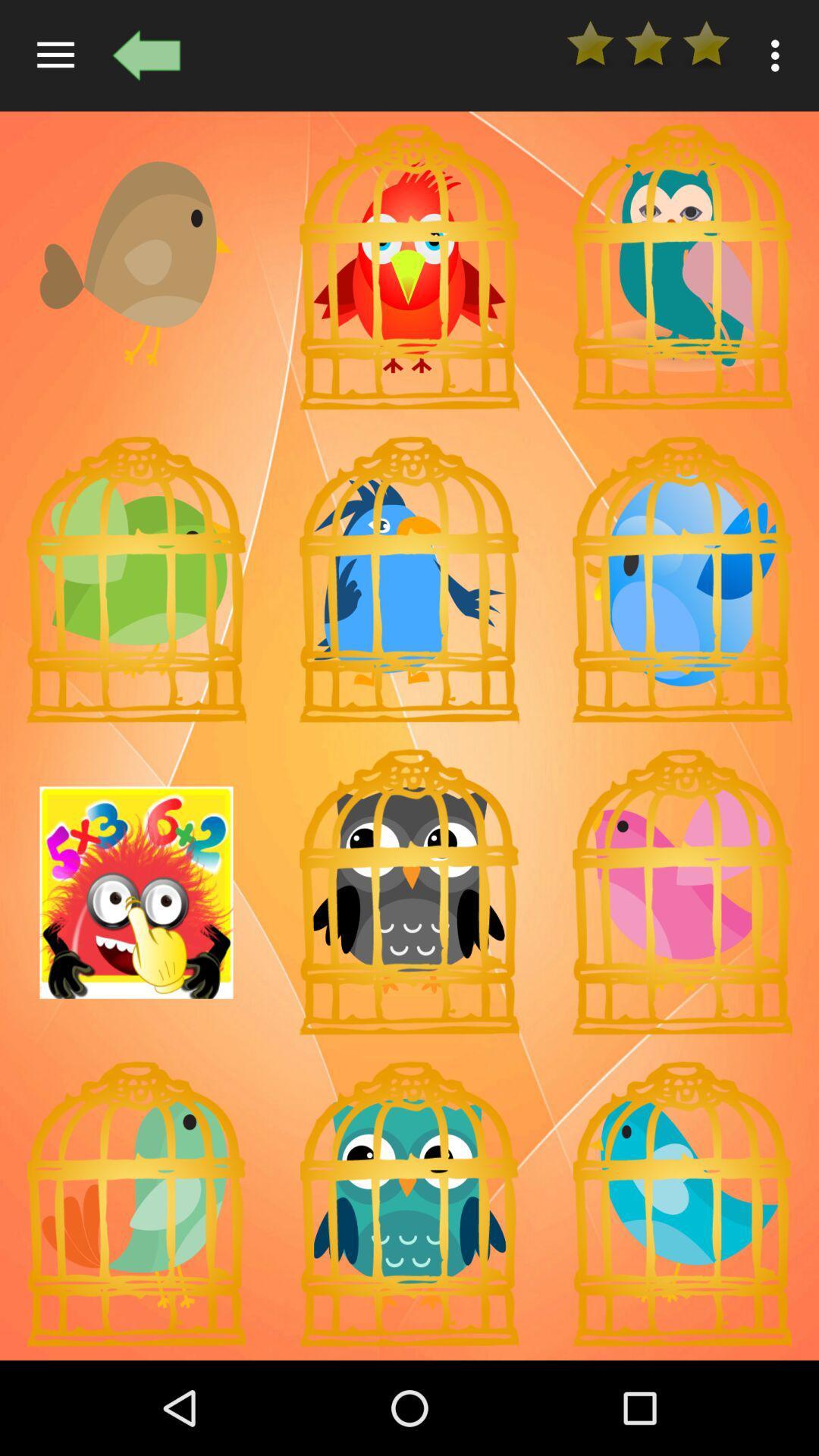  Describe the element at coordinates (136, 893) in the screenshot. I see `it indicates the sun to make a smile` at that location.